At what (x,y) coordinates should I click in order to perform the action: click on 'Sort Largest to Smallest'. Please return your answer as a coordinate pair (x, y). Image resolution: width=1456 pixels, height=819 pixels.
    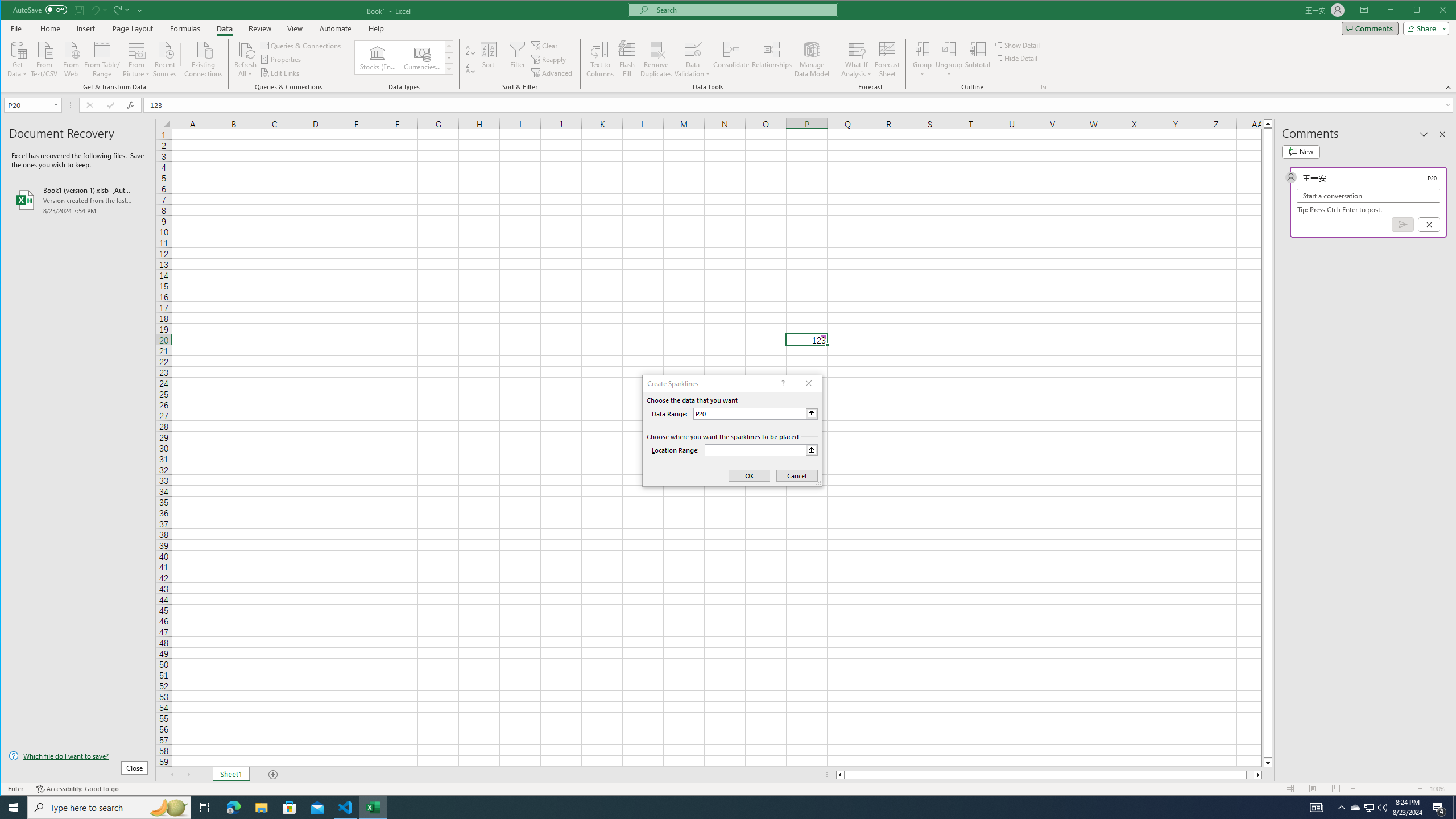
    Looking at the image, I should click on (470, 68).